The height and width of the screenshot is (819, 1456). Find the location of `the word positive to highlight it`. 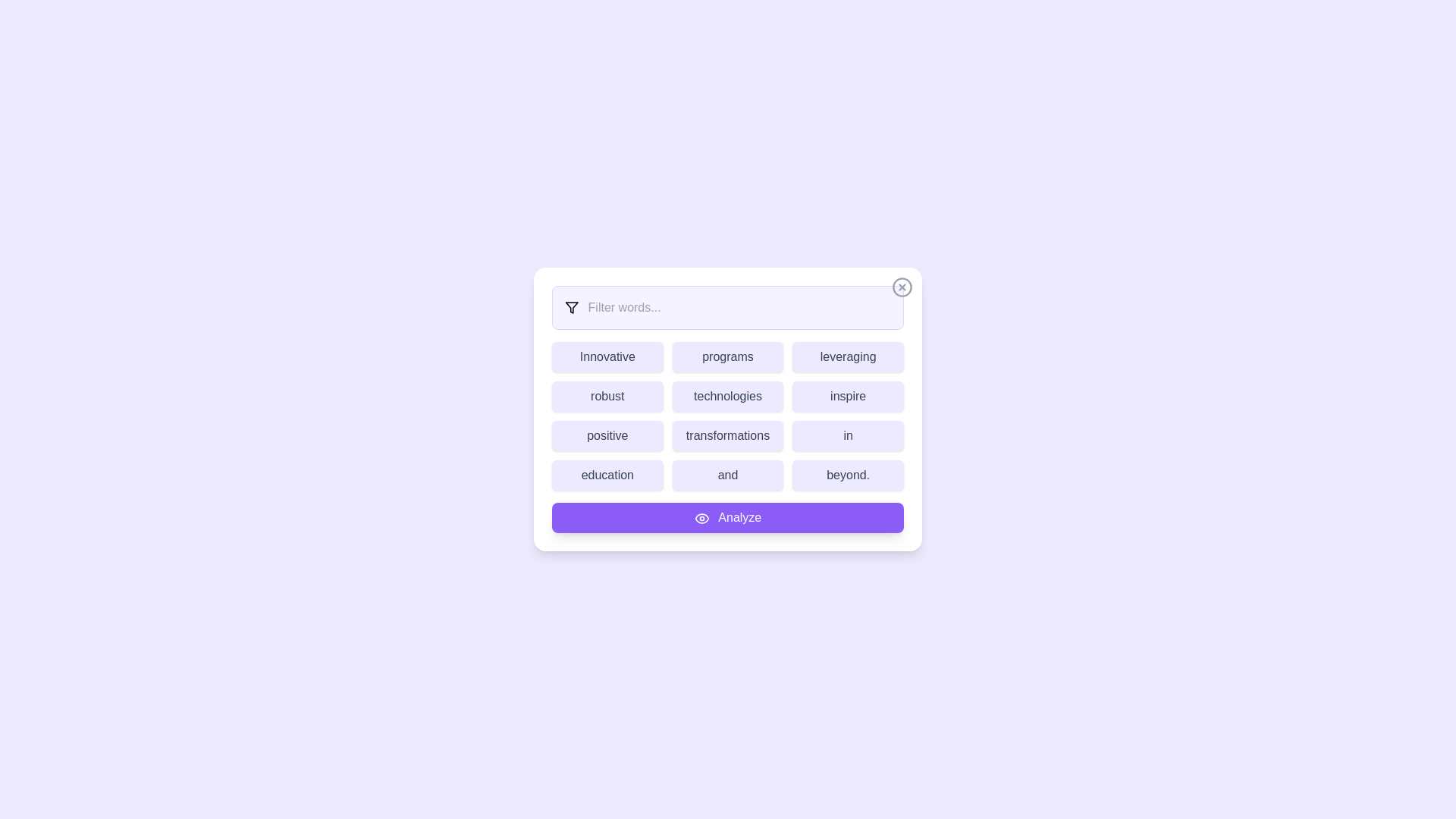

the word positive to highlight it is located at coordinates (607, 435).